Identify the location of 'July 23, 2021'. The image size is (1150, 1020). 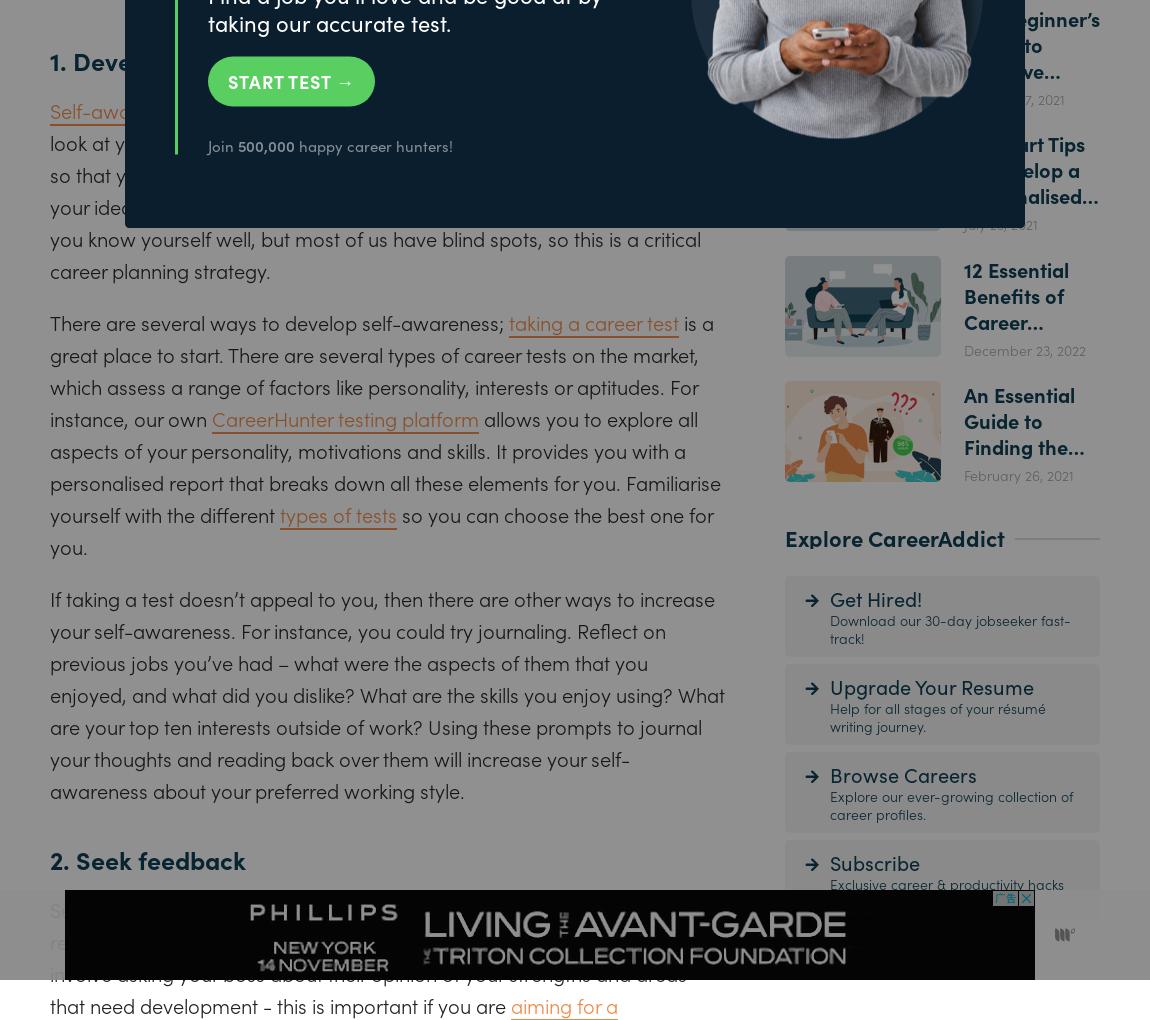
(1000, 223).